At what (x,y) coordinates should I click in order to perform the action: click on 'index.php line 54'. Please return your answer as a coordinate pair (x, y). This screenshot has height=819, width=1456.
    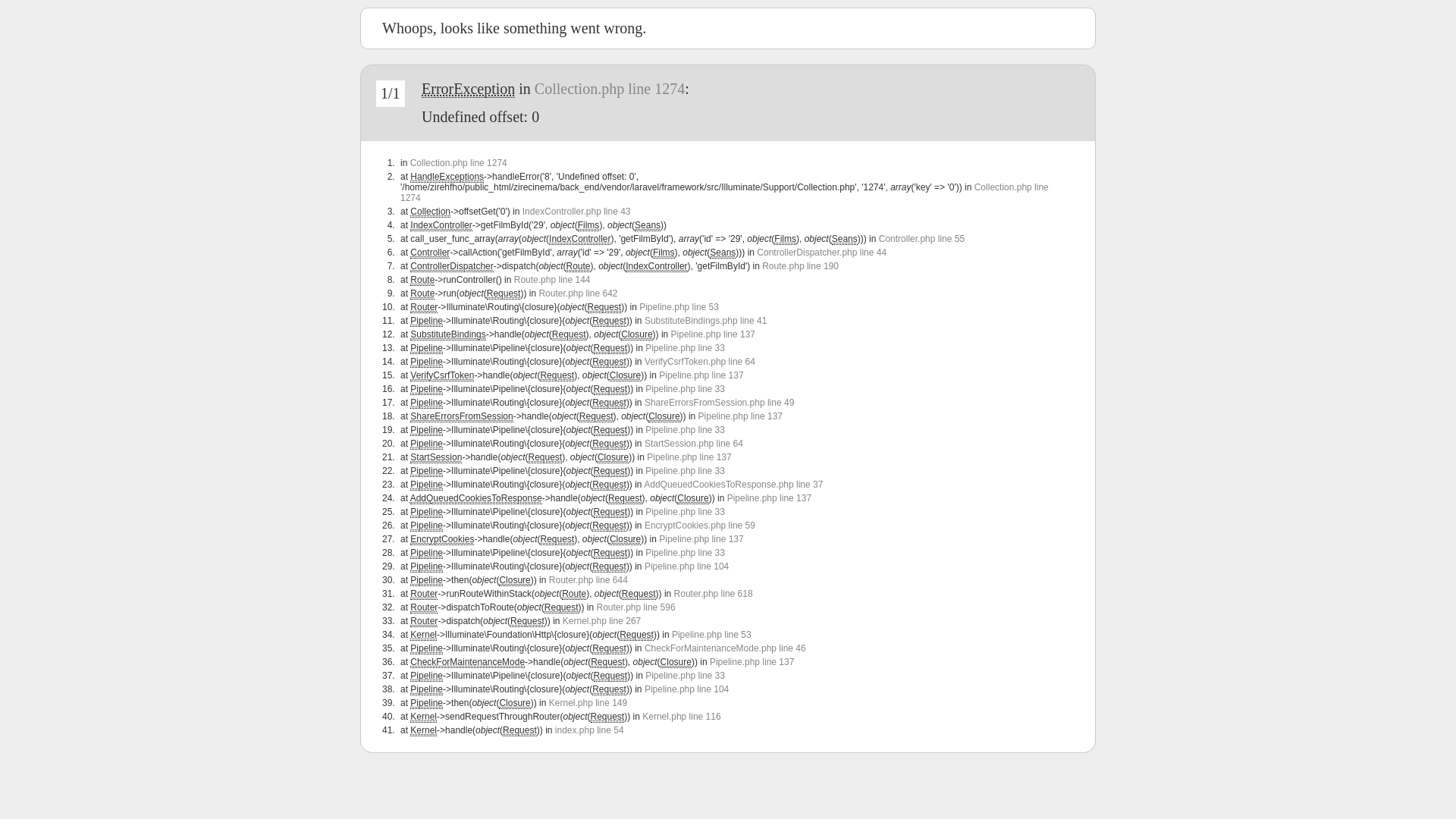
    Looking at the image, I should click on (588, 730).